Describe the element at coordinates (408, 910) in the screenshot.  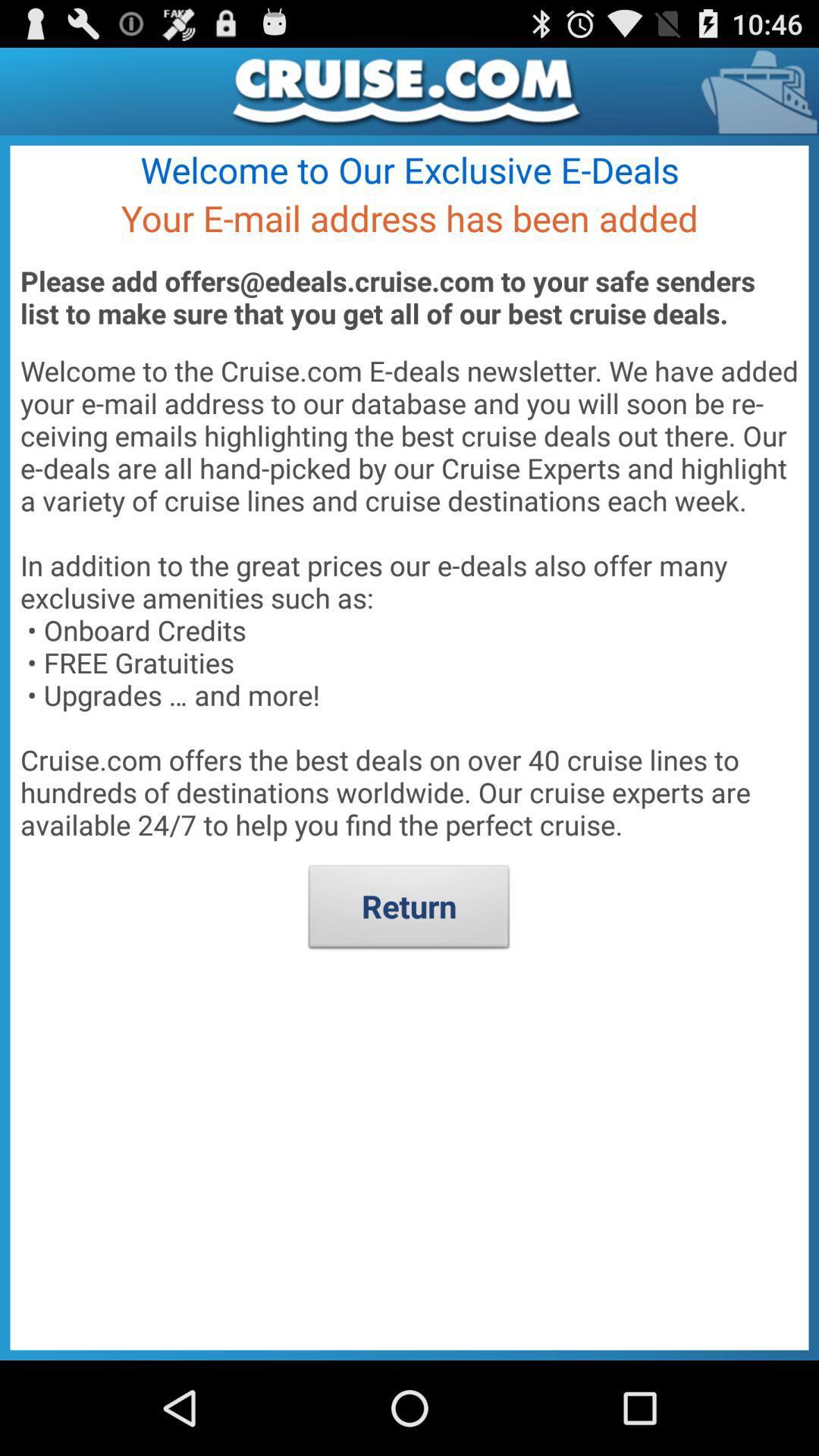
I see `return` at that location.